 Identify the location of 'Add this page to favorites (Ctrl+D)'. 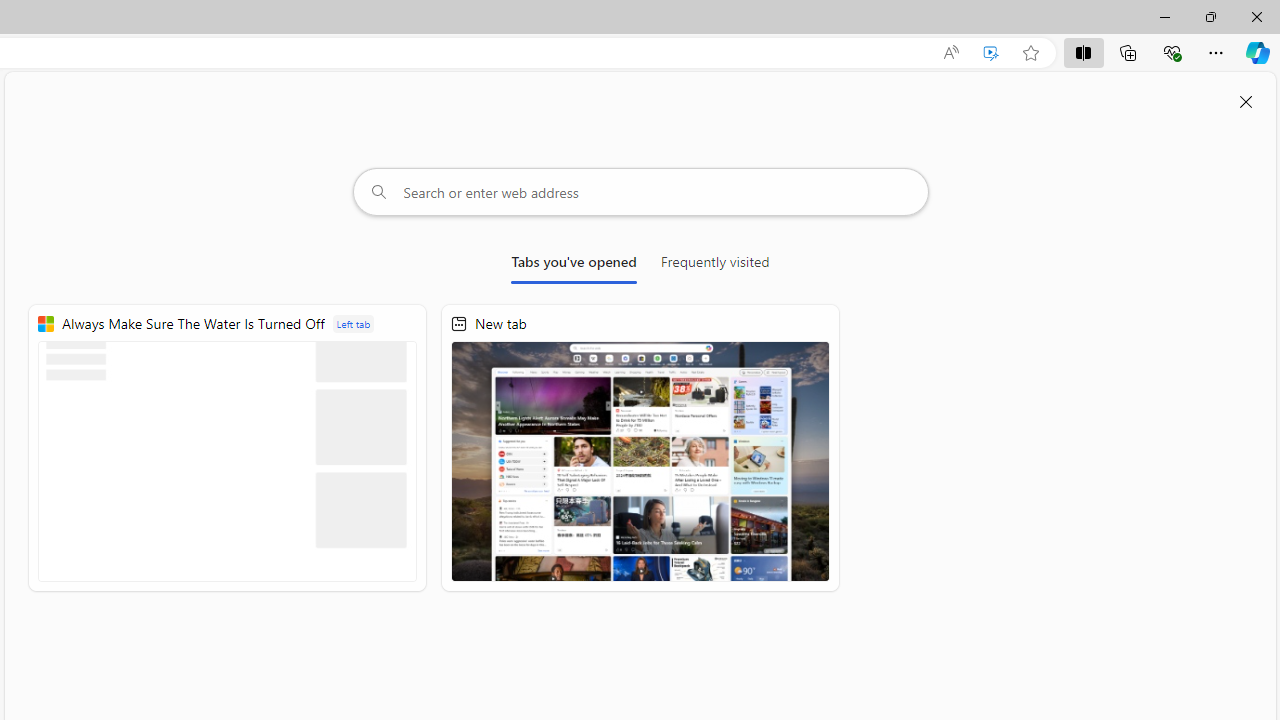
(1031, 52).